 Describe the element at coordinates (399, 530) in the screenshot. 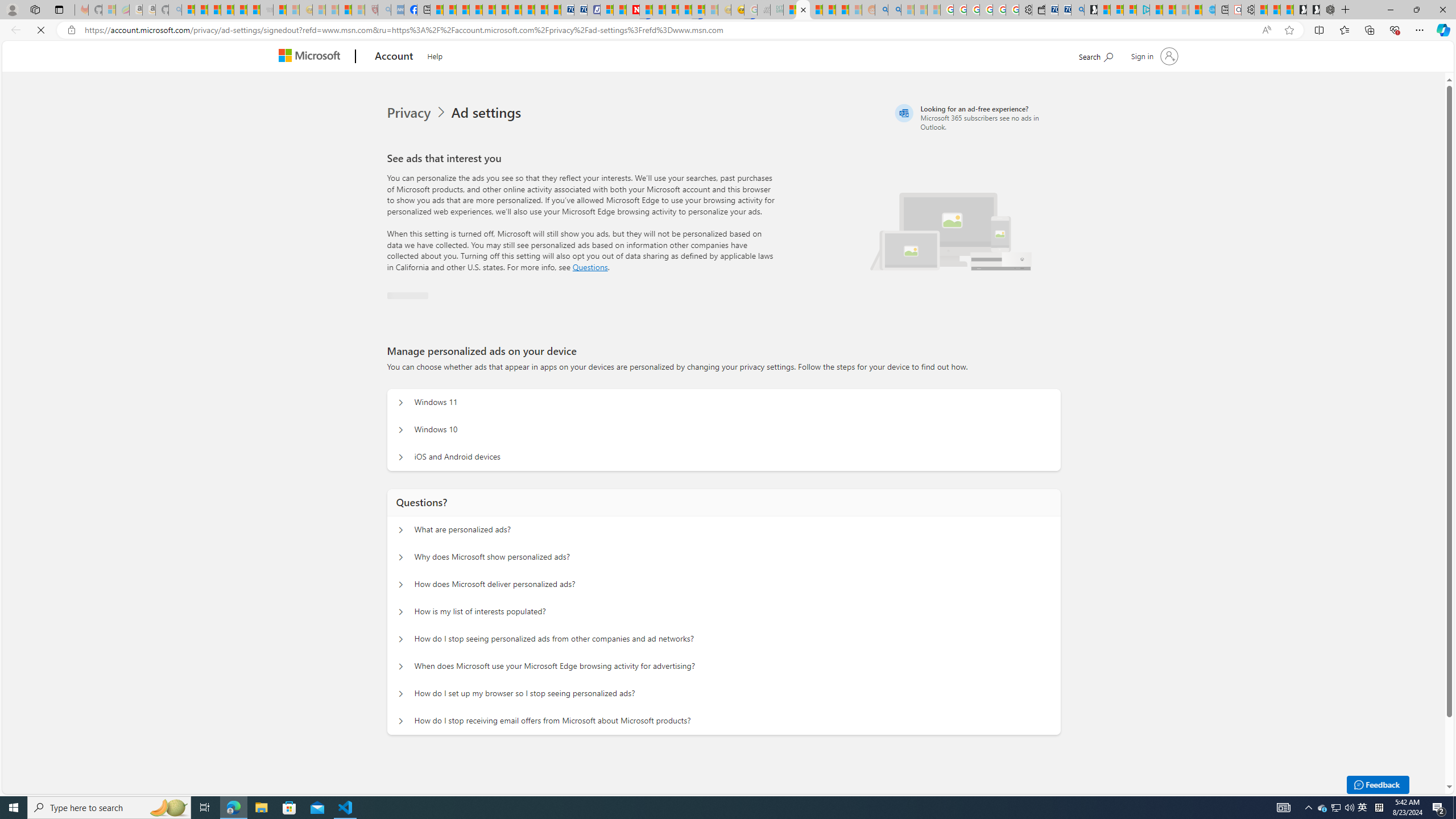

I see `'Questions? What are personalized ads?'` at that location.